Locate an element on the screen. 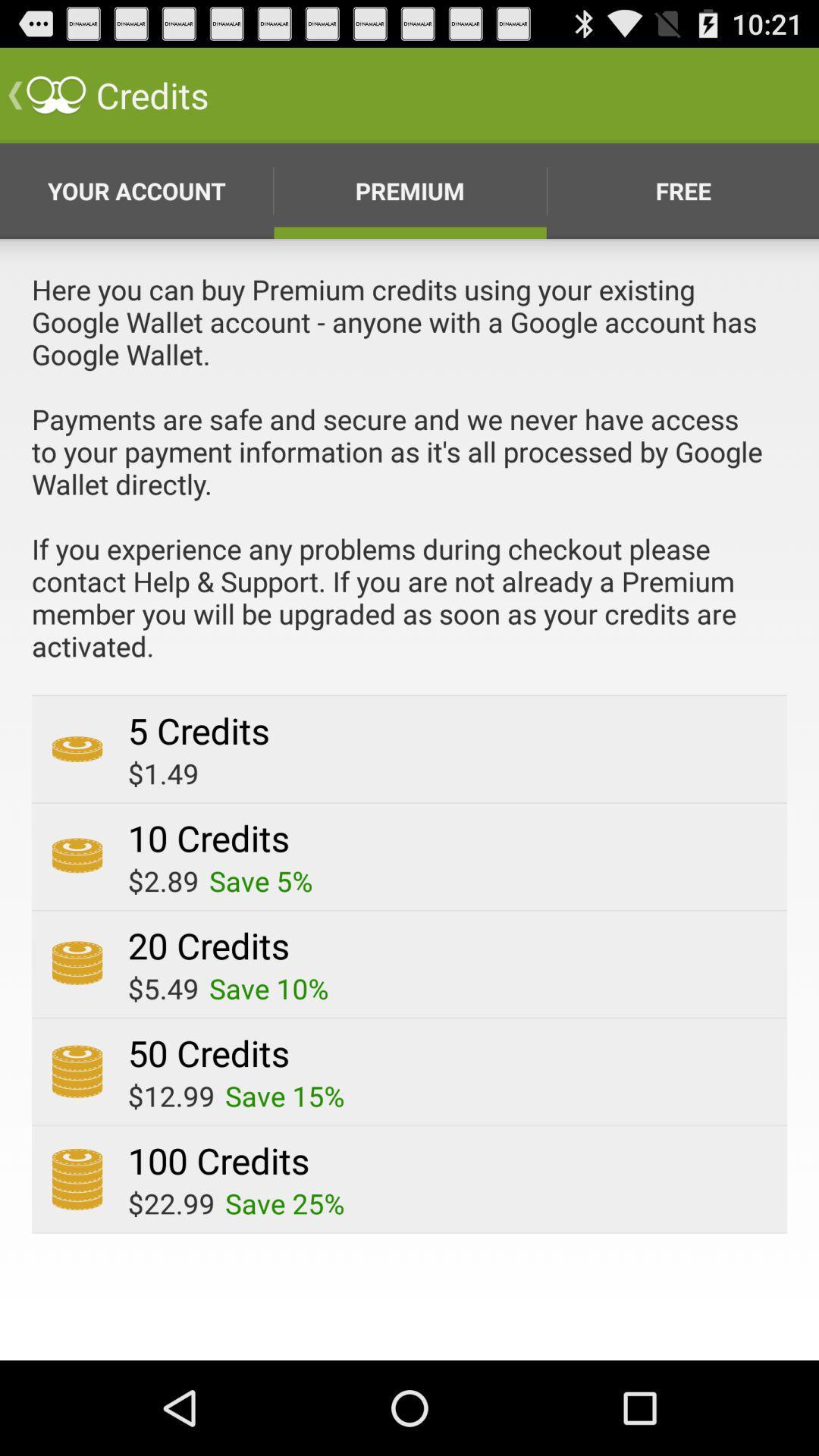 The image size is (819, 1456). the 5 credits is located at coordinates (198, 730).